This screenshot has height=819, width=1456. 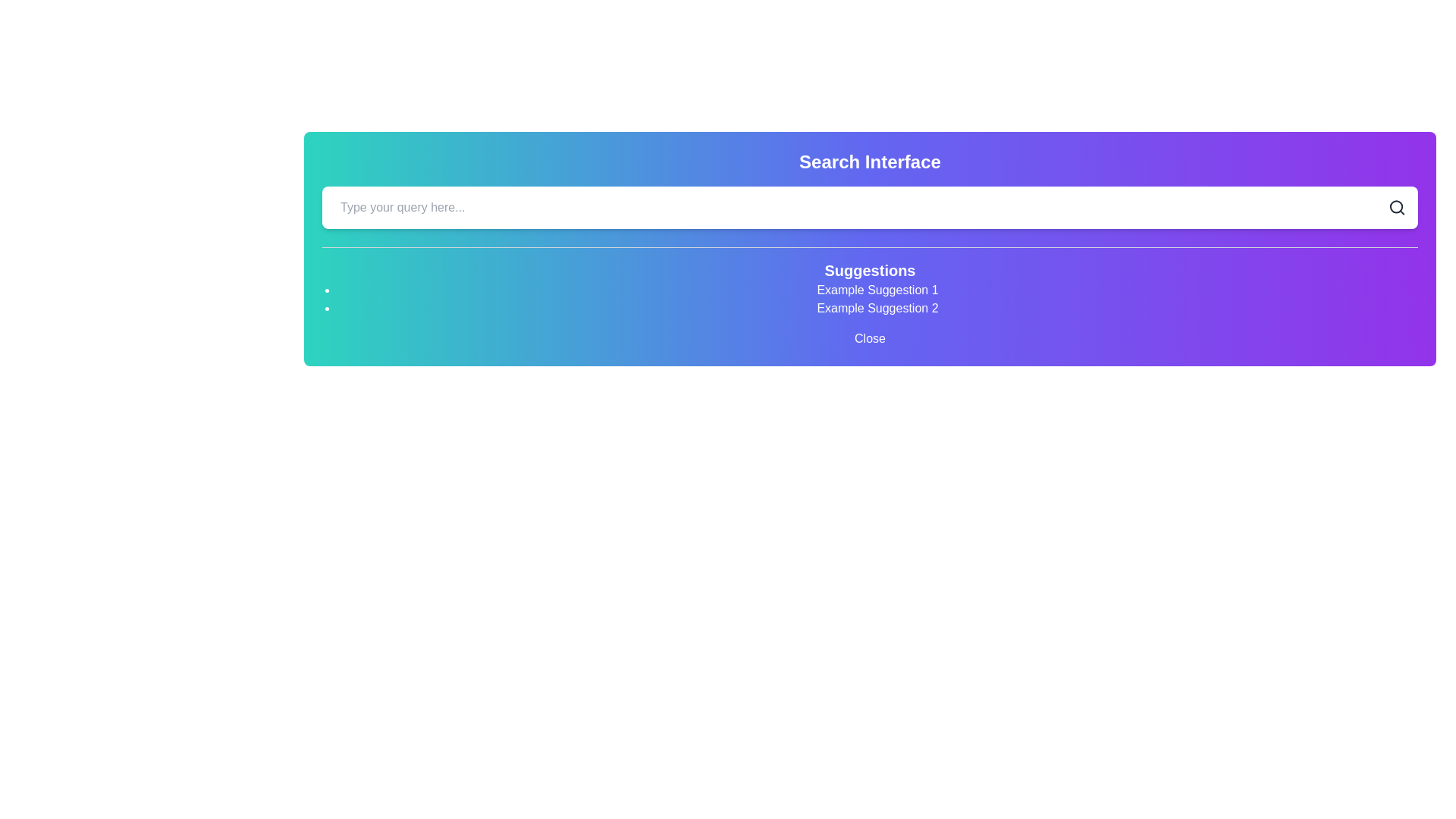 What do you see at coordinates (870, 299) in the screenshot?
I see `one of the clickable text options in the bullet-point list located directly below the 'Suggestions' heading` at bounding box center [870, 299].